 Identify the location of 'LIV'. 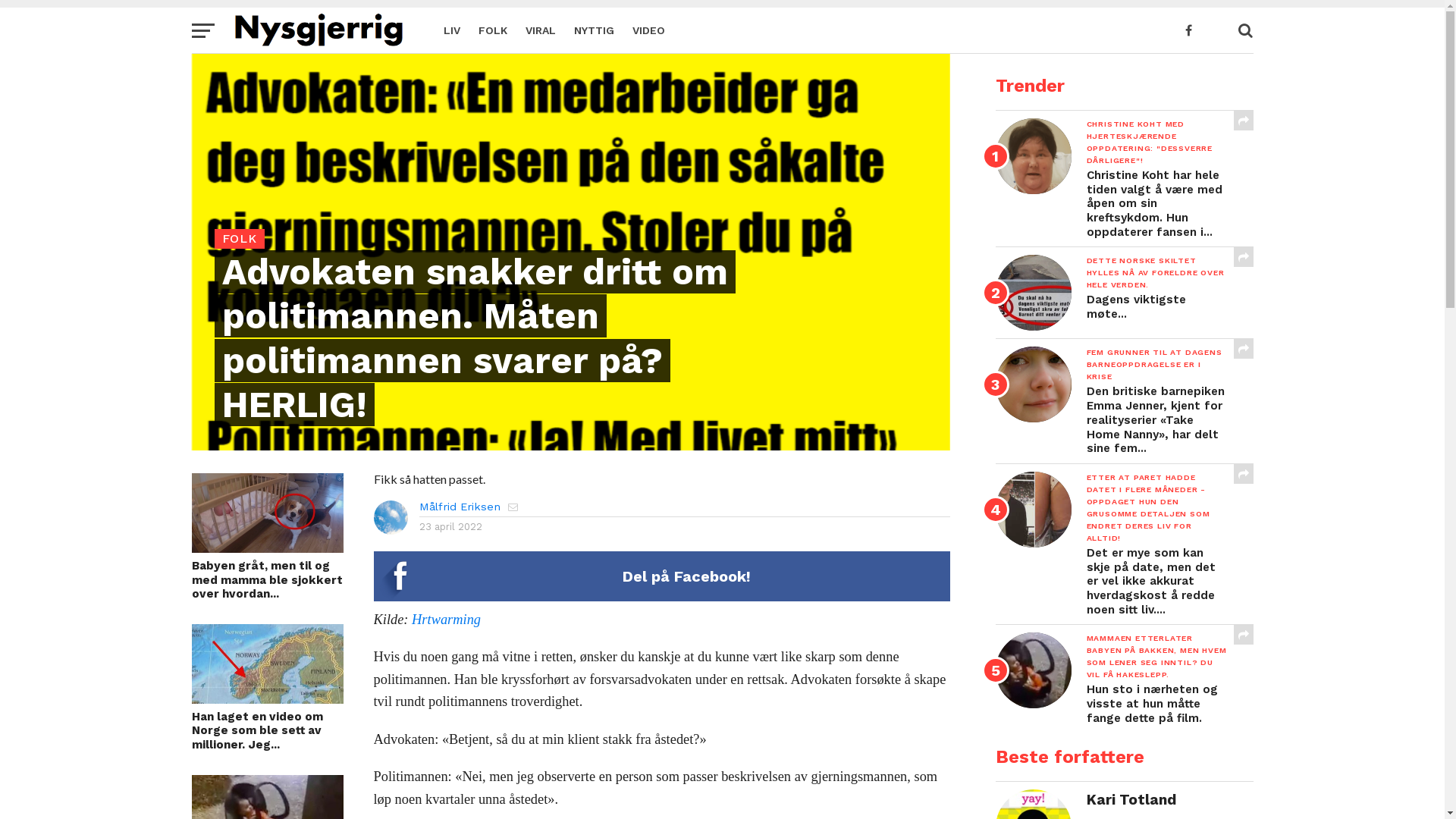
(432, 30).